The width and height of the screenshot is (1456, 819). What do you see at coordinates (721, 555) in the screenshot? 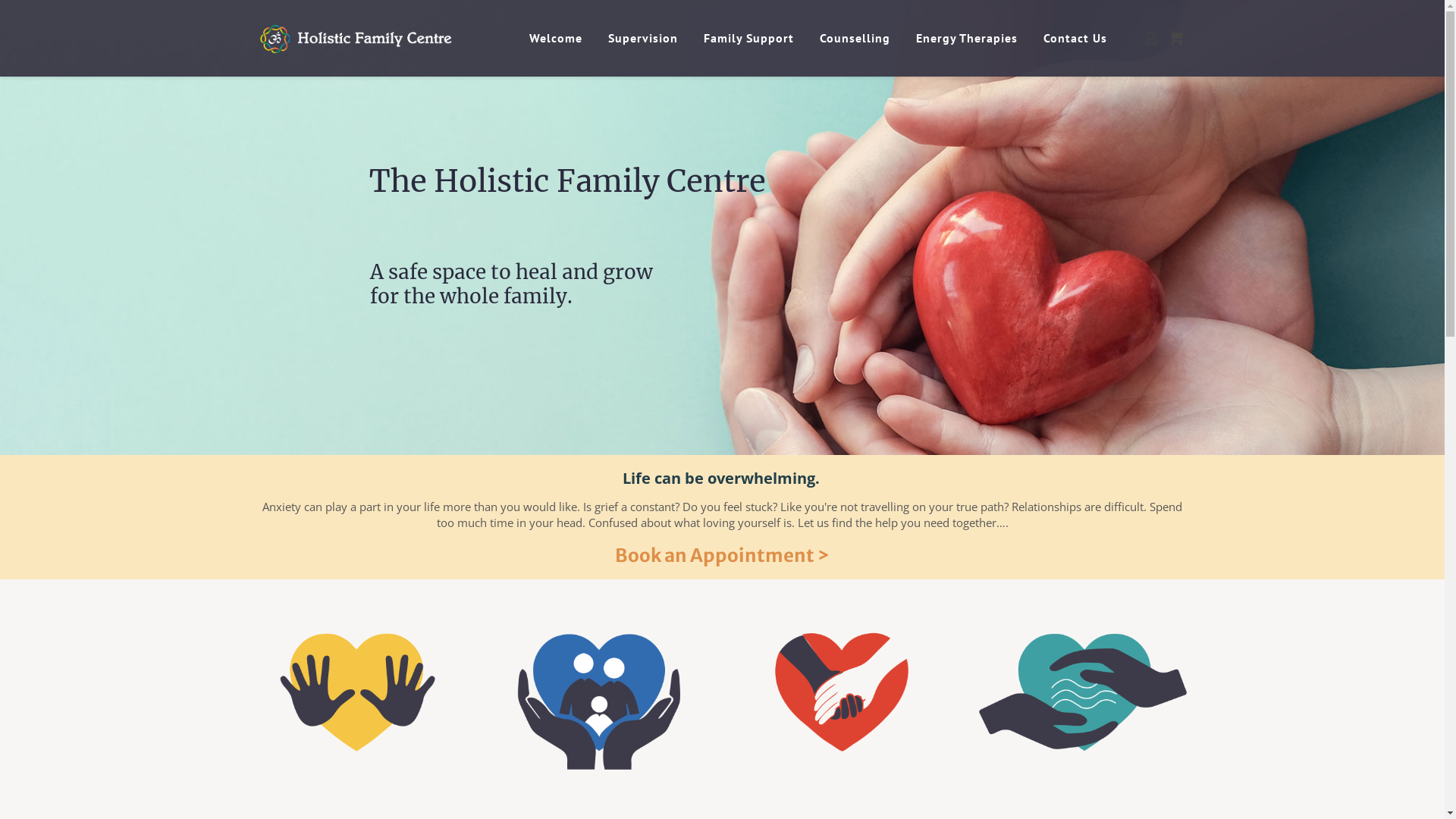
I see `'Book an Appointment >'` at bounding box center [721, 555].